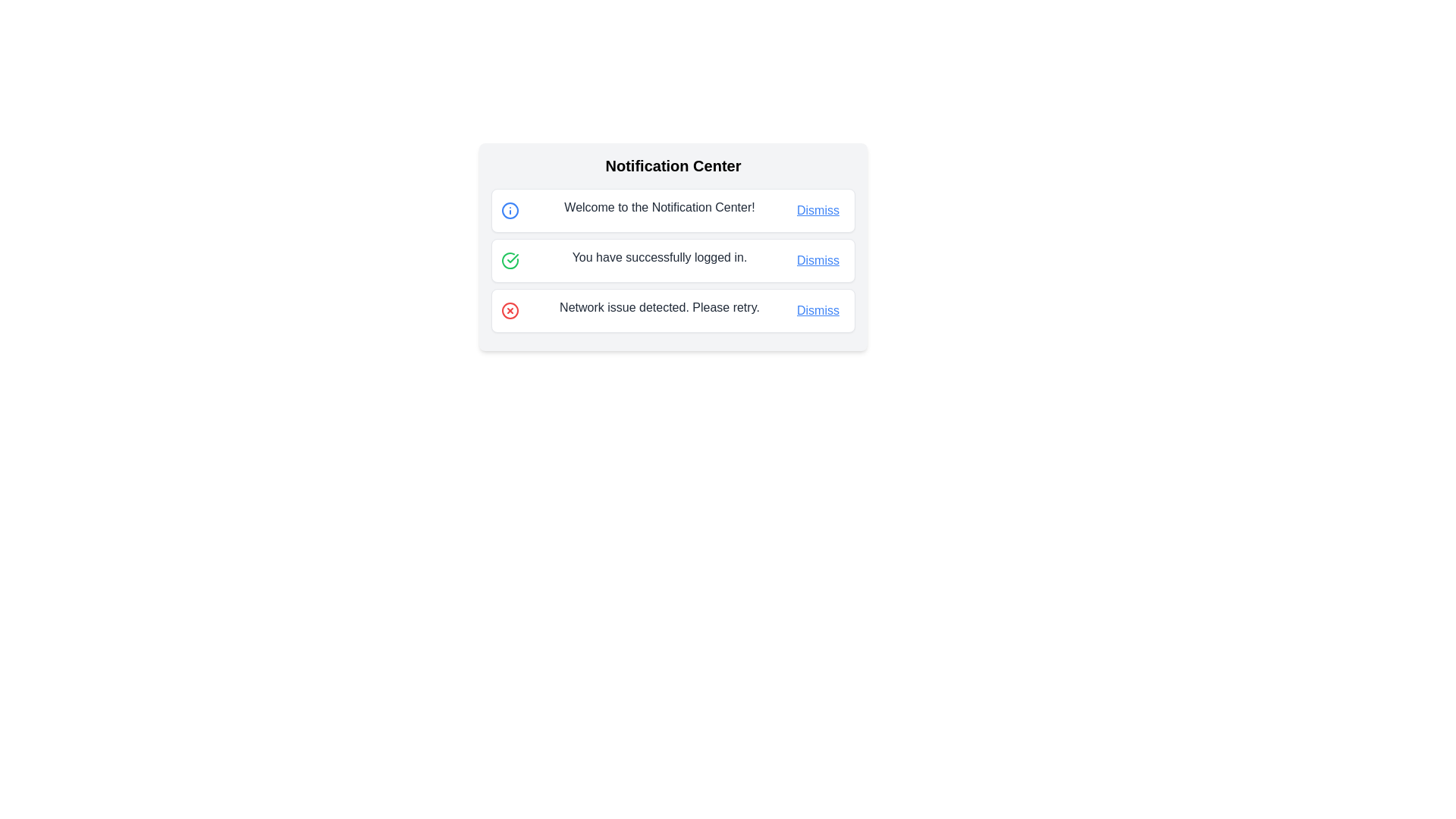 The image size is (1456, 819). Describe the element at coordinates (817, 309) in the screenshot. I see `the 'Dismiss' hyperlink, which is styled in blue with an underline, located at the bottom of the notification box` at that location.